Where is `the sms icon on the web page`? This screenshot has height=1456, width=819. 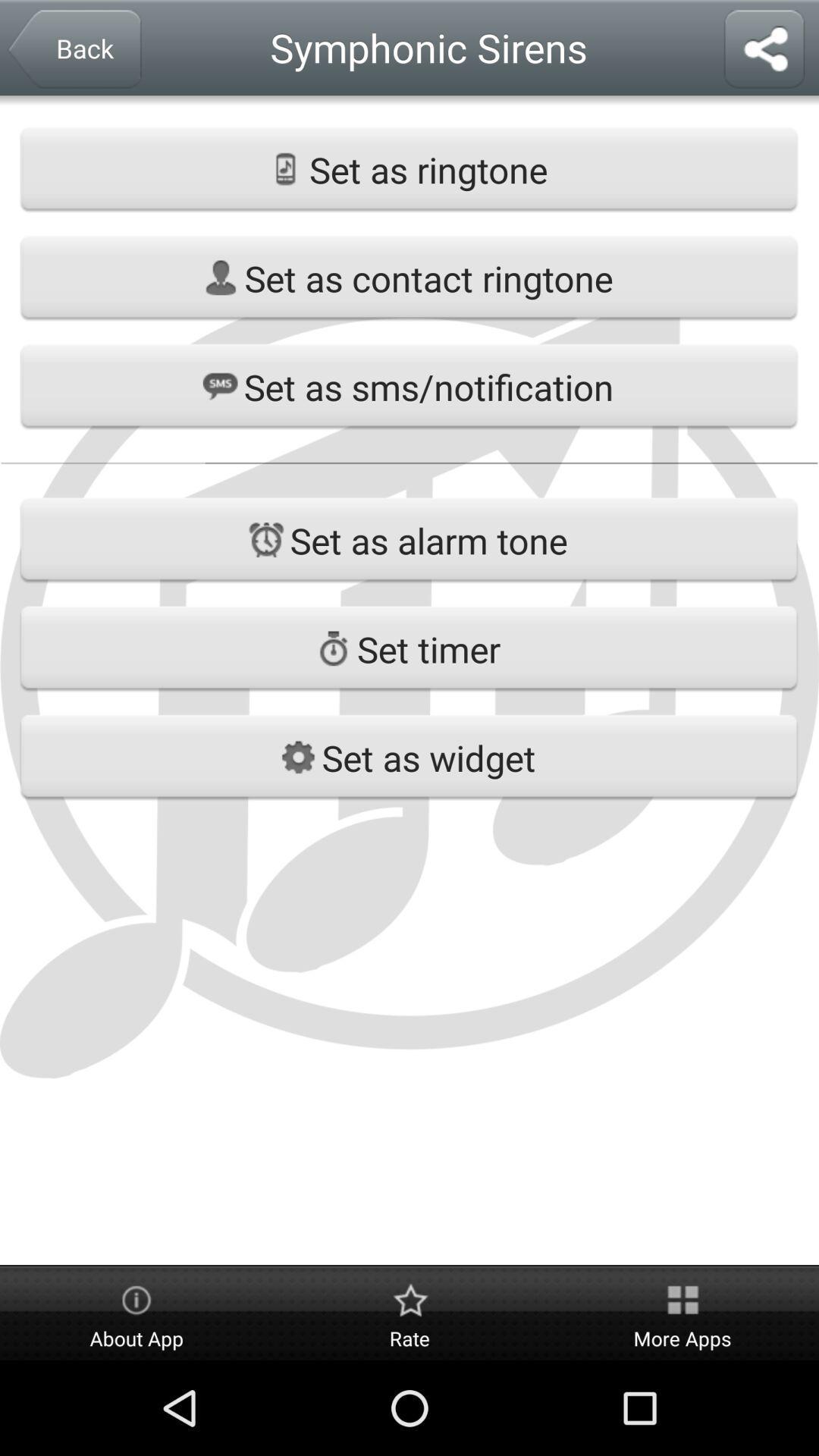 the sms icon on the web page is located at coordinates (220, 386).